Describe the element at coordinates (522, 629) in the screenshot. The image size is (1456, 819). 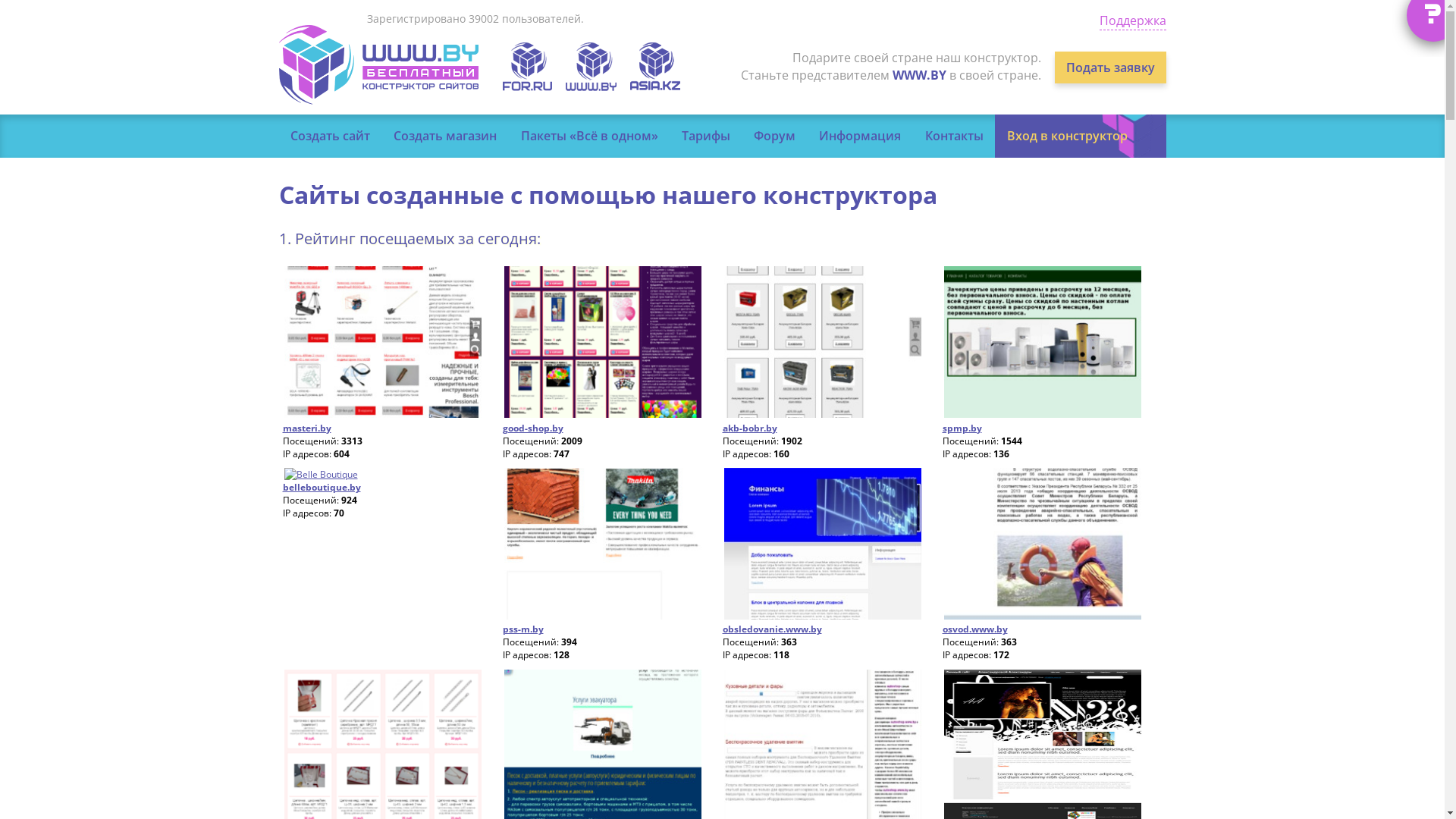
I see `'pss-m.by'` at that location.